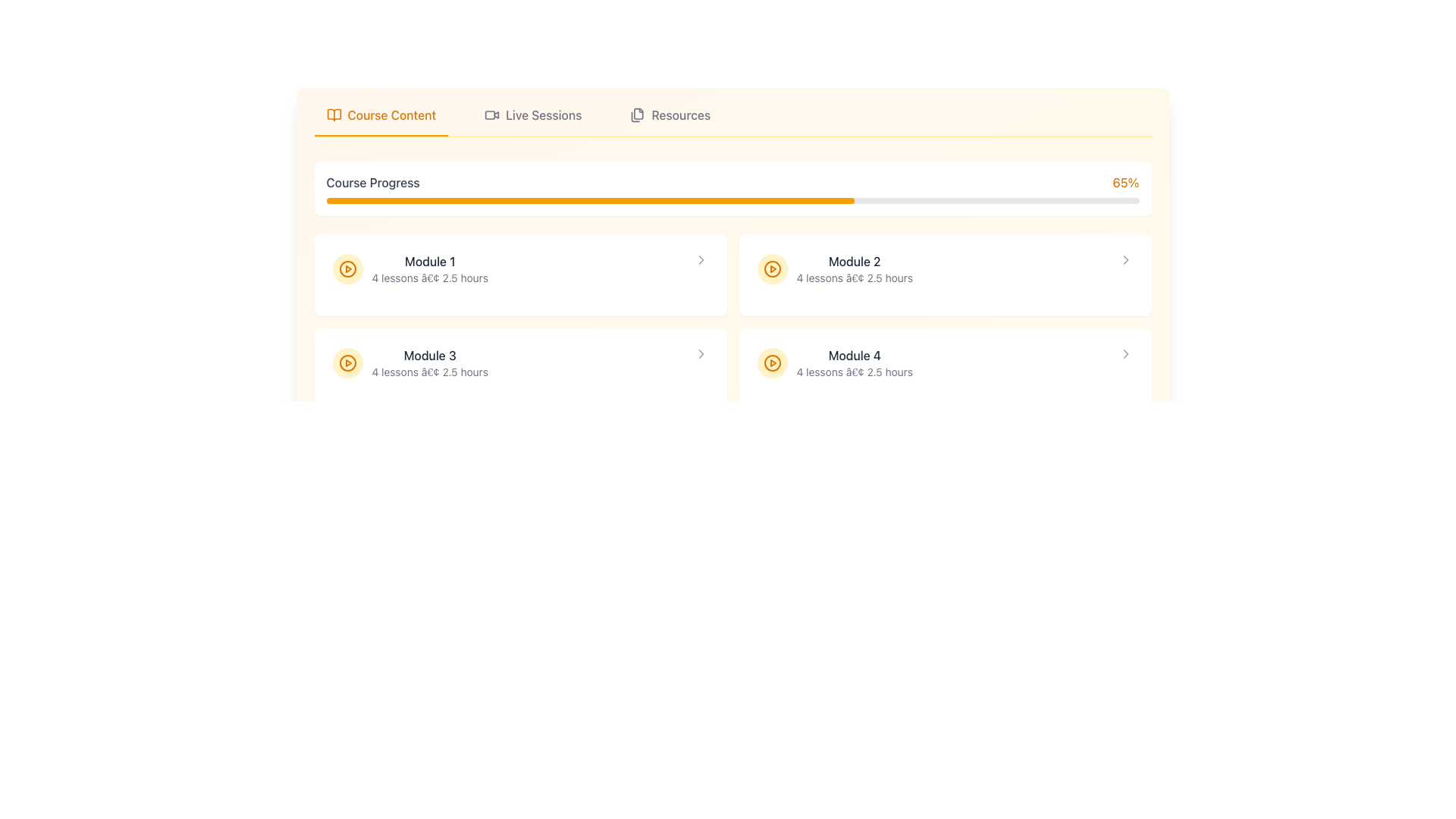 The height and width of the screenshot is (819, 1456). Describe the element at coordinates (639, 113) in the screenshot. I see `the document icon located in the header navigation menu, which is the third icon after 'Live Sessions' and before 'Resources'` at that location.